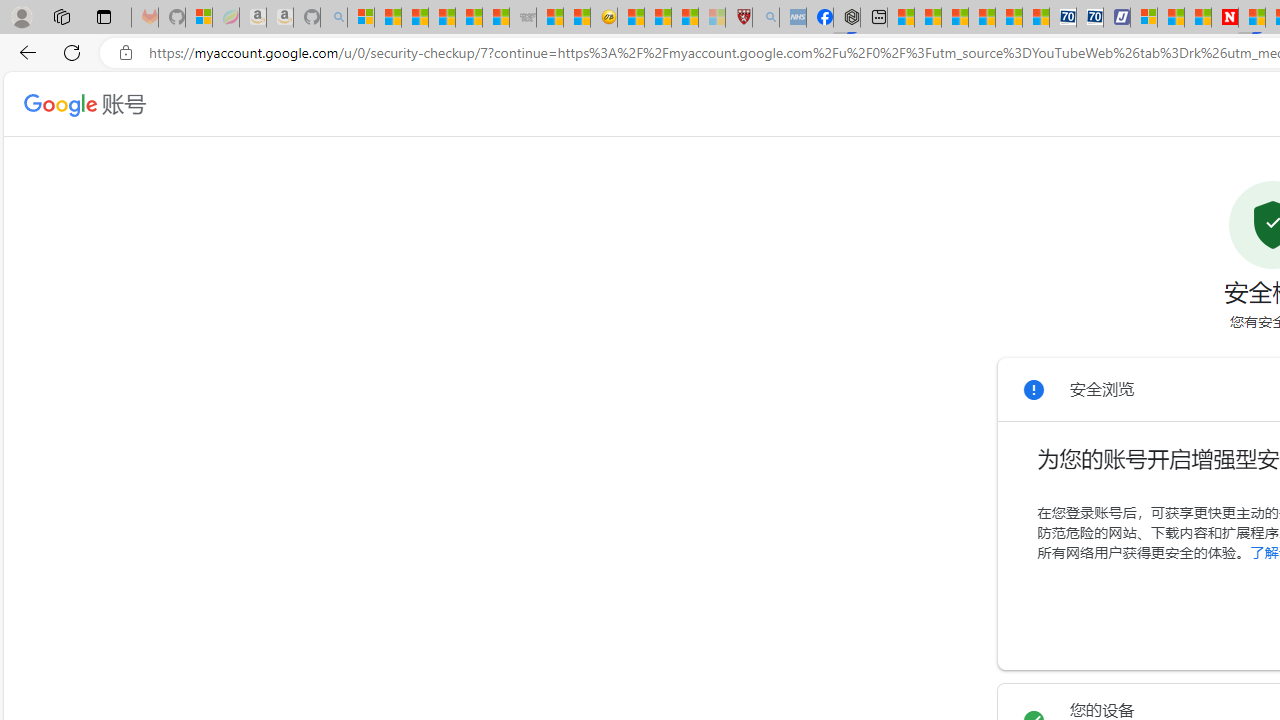 Image resolution: width=1280 pixels, height=720 pixels. Describe the element at coordinates (1062, 17) in the screenshot. I see `'Cheap Car Rentals - Save70.com'` at that location.